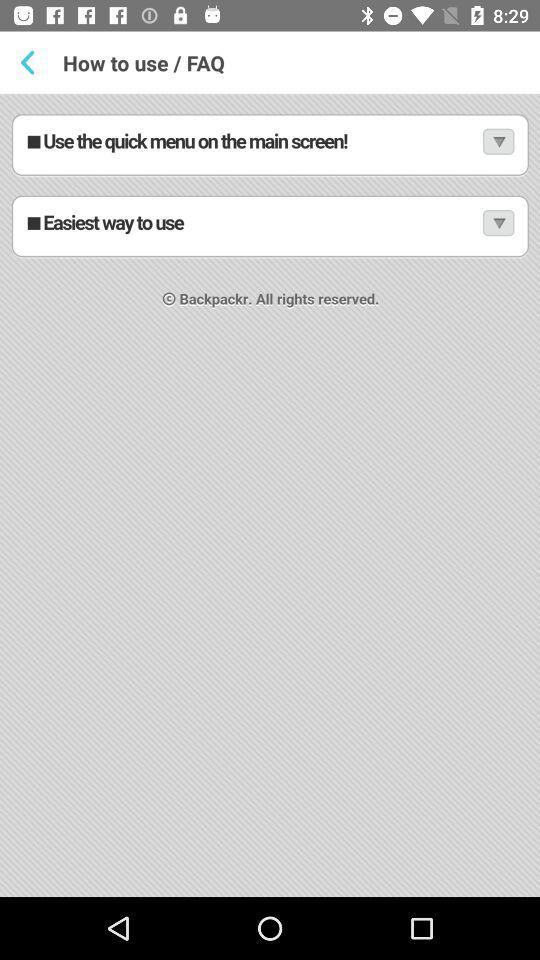  What do you see at coordinates (30, 62) in the screenshot?
I see `previews button` at bounding box center [30, 62].